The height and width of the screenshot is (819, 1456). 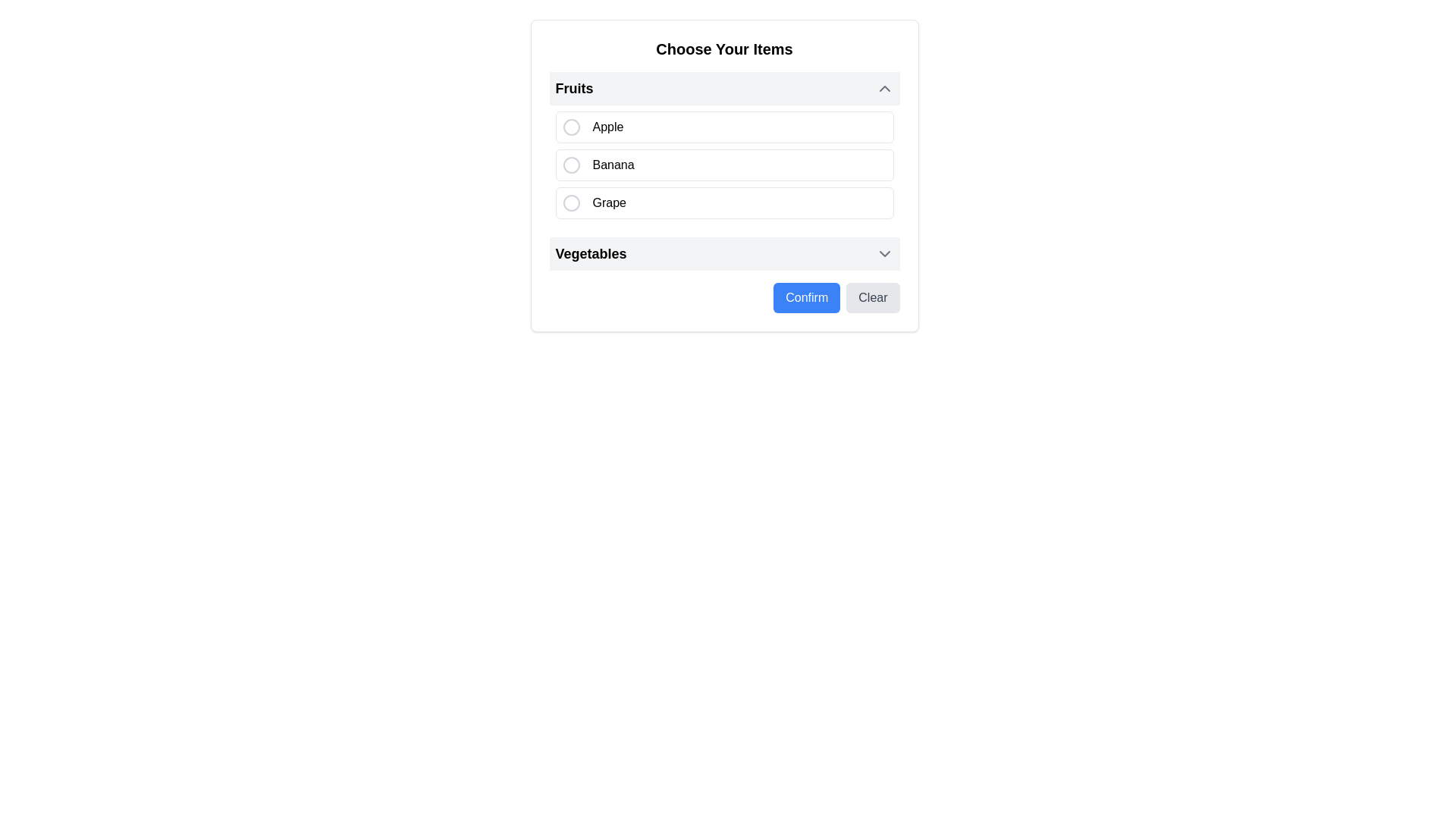 I want to click on text content 'Grape' from the third item in the 'Fruits' section, which is labeled by the text label adjacent to the circular control, so click(x=609, y=202).